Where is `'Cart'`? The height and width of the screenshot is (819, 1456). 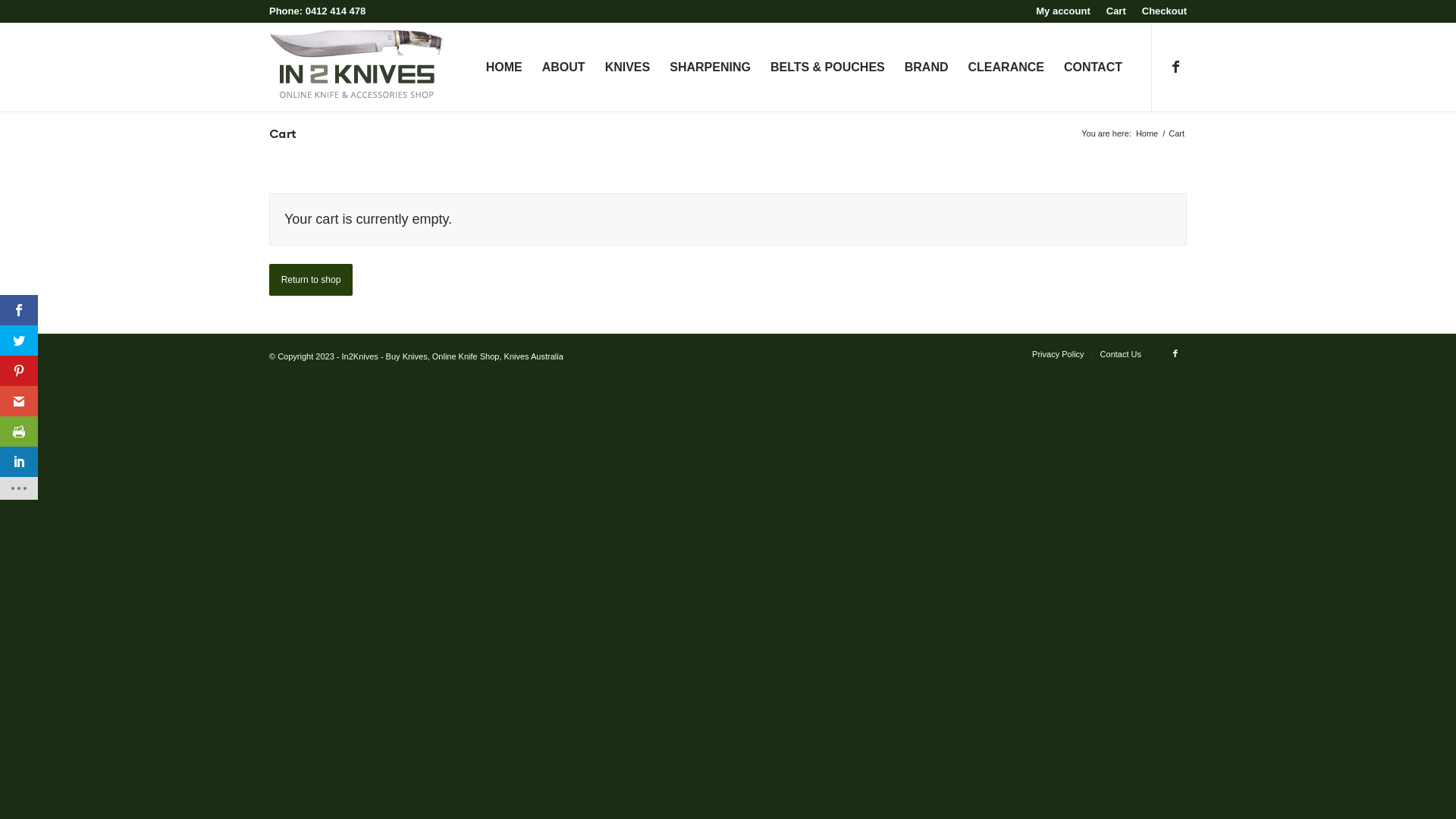 'Cart' is located at coordinates (1106, 11).